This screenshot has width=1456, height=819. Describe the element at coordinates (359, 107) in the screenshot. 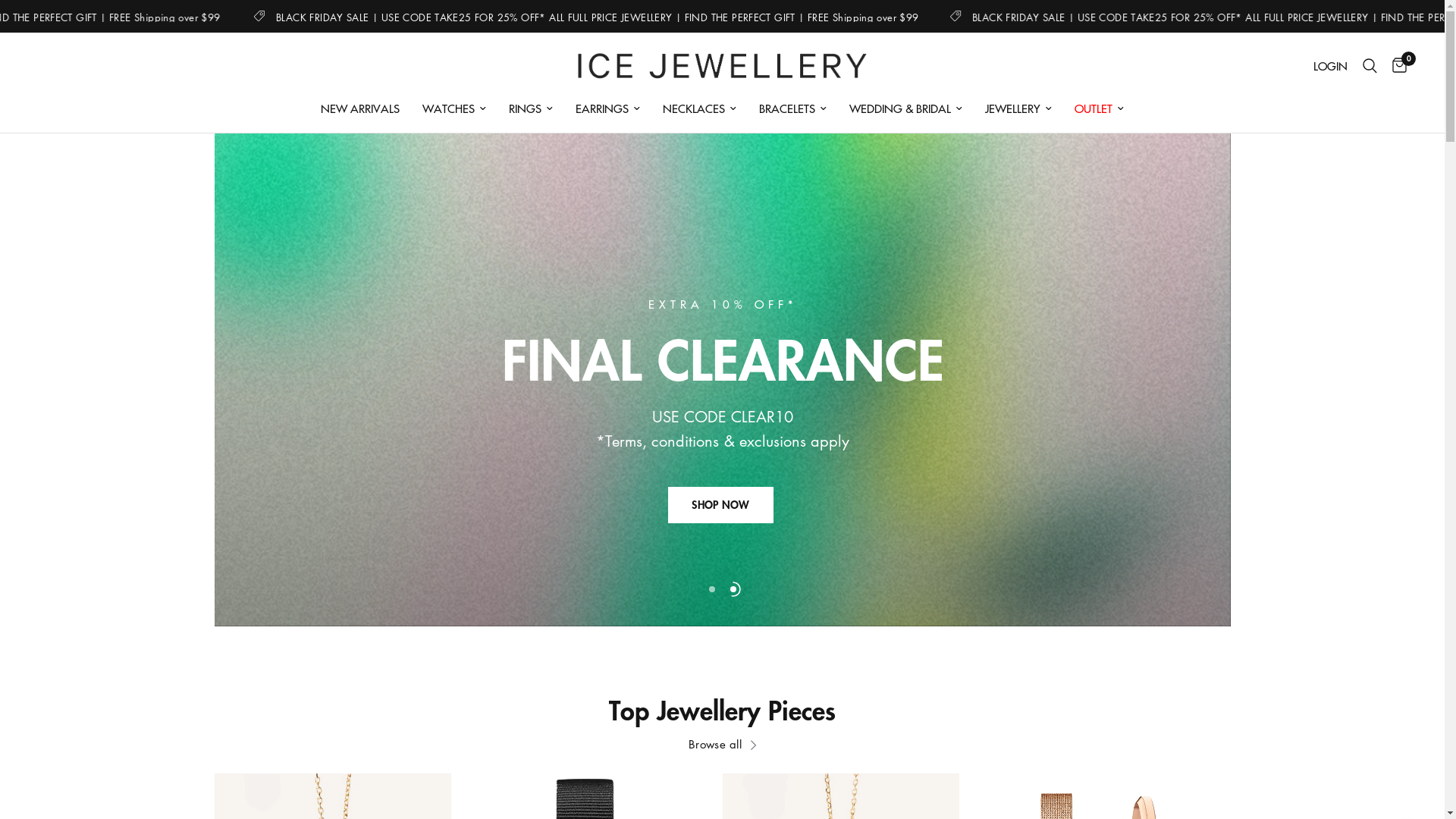

I see `'NEW ARRIVALS'` at that location.